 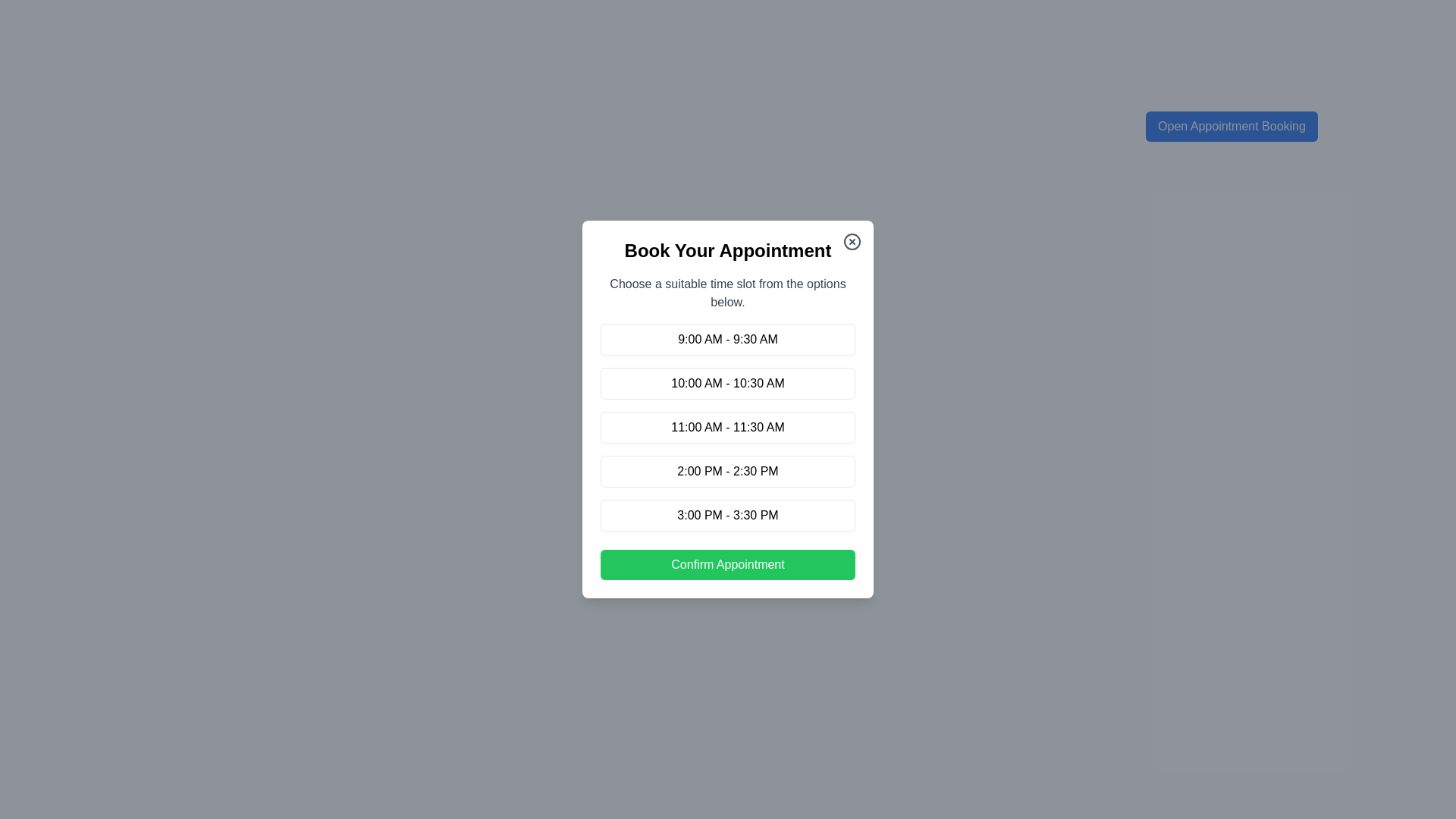 What do you see at coordinates (728, 338) in the screenshot?
I see `on the Text Label element displaying '9:00 AM - 9:30 AM' for potential additional actions` at bounding box center [728, 338].